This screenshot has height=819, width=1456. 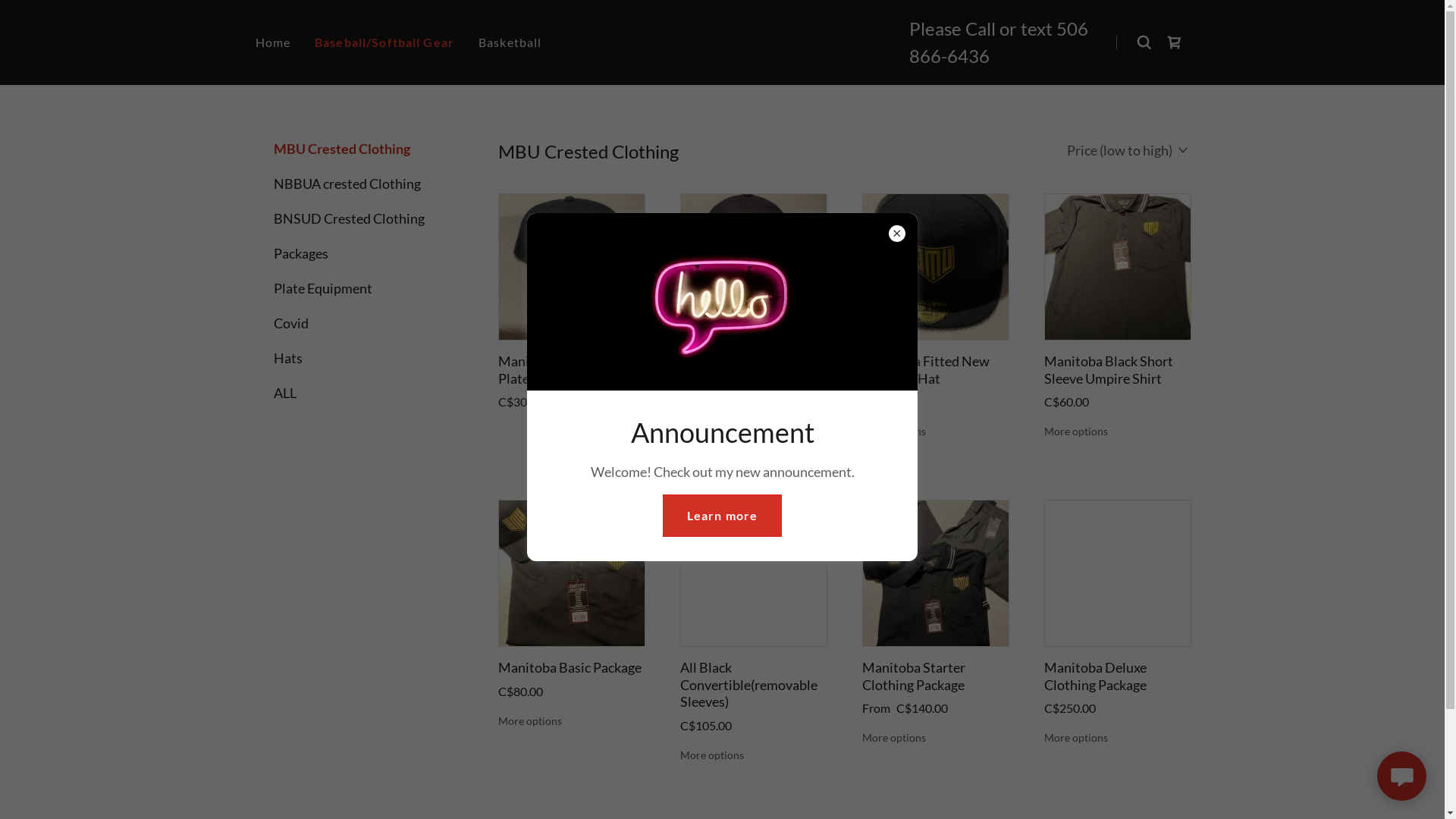 What do you see at coordinates (384, 42) in the screenshot?
I see `'Baseball/Softball Gear'` at bounding box center [384, 42].